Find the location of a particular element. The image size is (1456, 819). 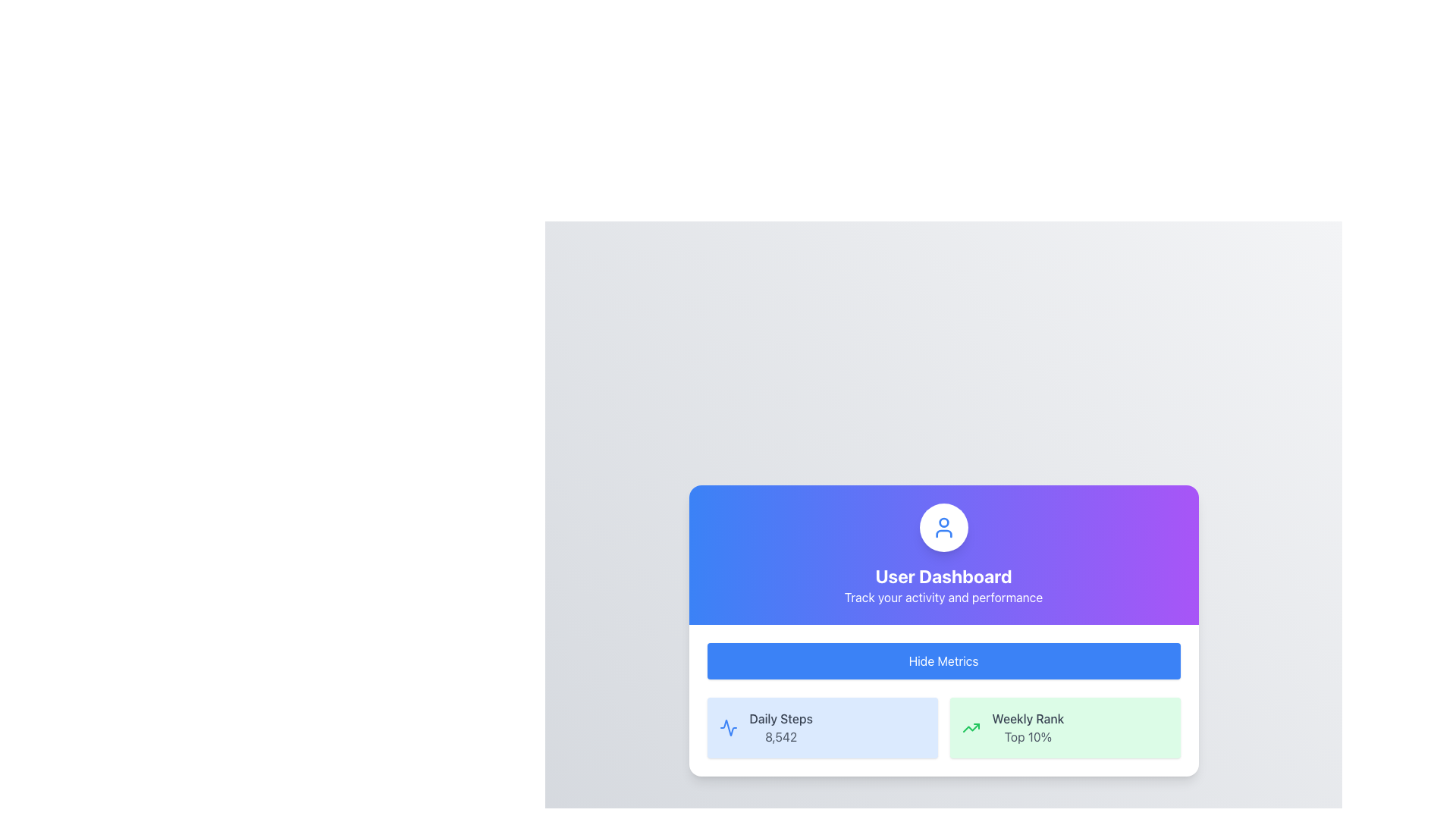

the text label indicating the weekly ranking of the user, located in the bottom-right card of the dashboard interface is located at coordinates (1028, 718).